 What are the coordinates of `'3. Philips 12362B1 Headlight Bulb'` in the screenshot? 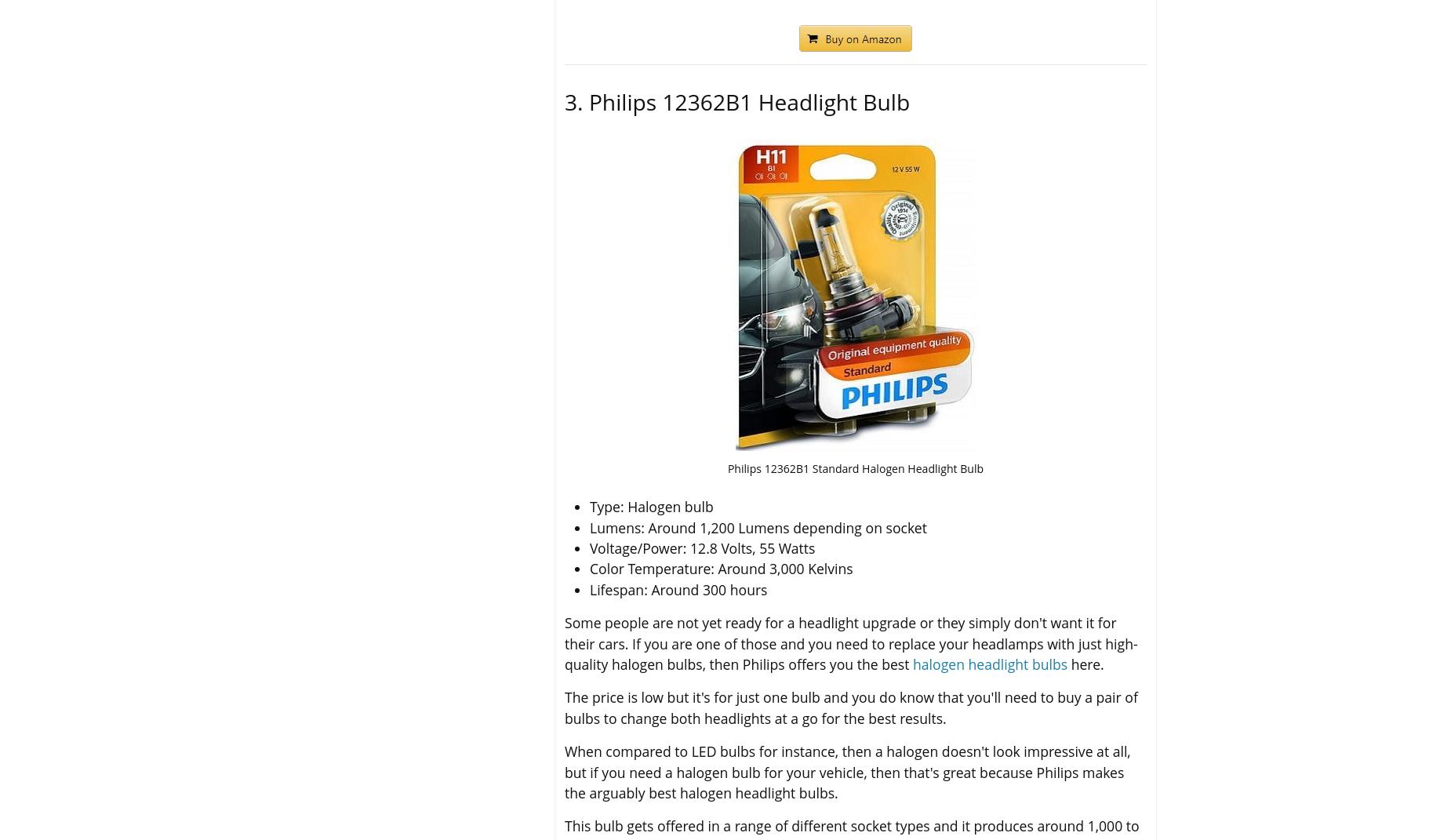 It's located at (736, 100).